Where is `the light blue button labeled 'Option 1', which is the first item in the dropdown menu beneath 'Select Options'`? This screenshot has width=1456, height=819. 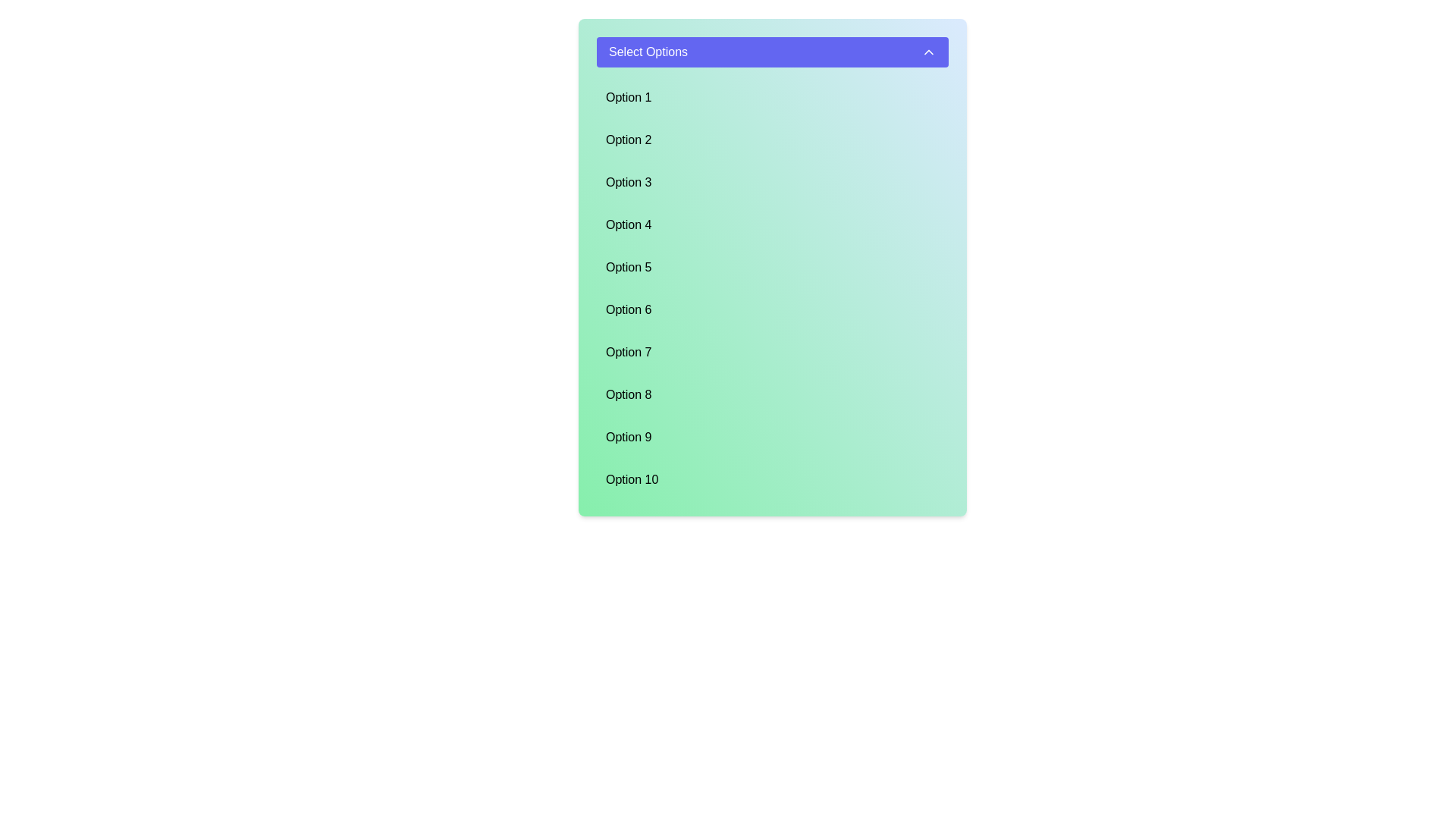
the light blue button labeled 'Option 1', which is the first item in the dropdown menu beneath 'Select Options' is located at coordinates (772, 97).